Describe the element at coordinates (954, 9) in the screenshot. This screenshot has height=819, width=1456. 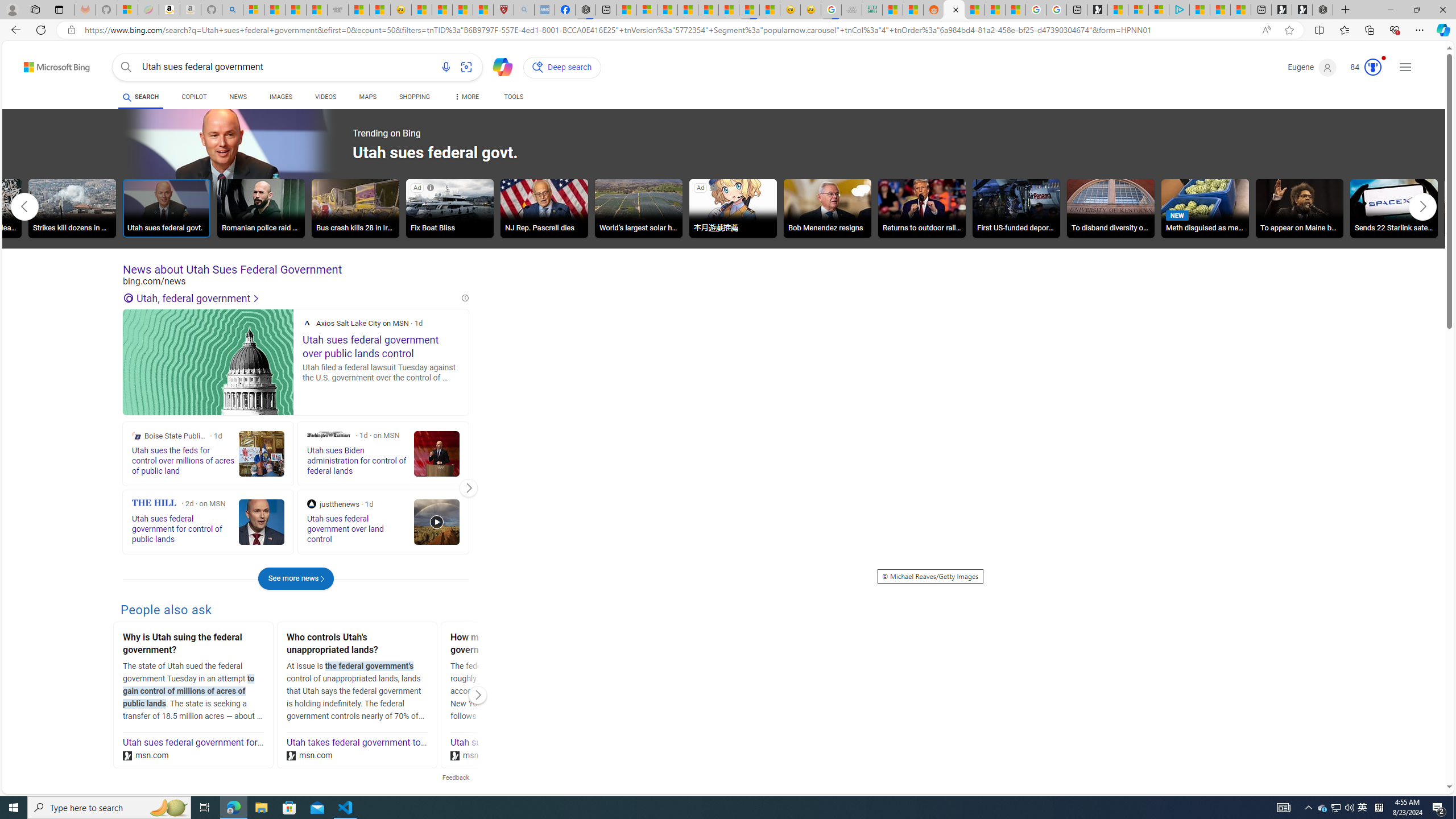
I see `'Utah sues federal government - Search'` at that location.